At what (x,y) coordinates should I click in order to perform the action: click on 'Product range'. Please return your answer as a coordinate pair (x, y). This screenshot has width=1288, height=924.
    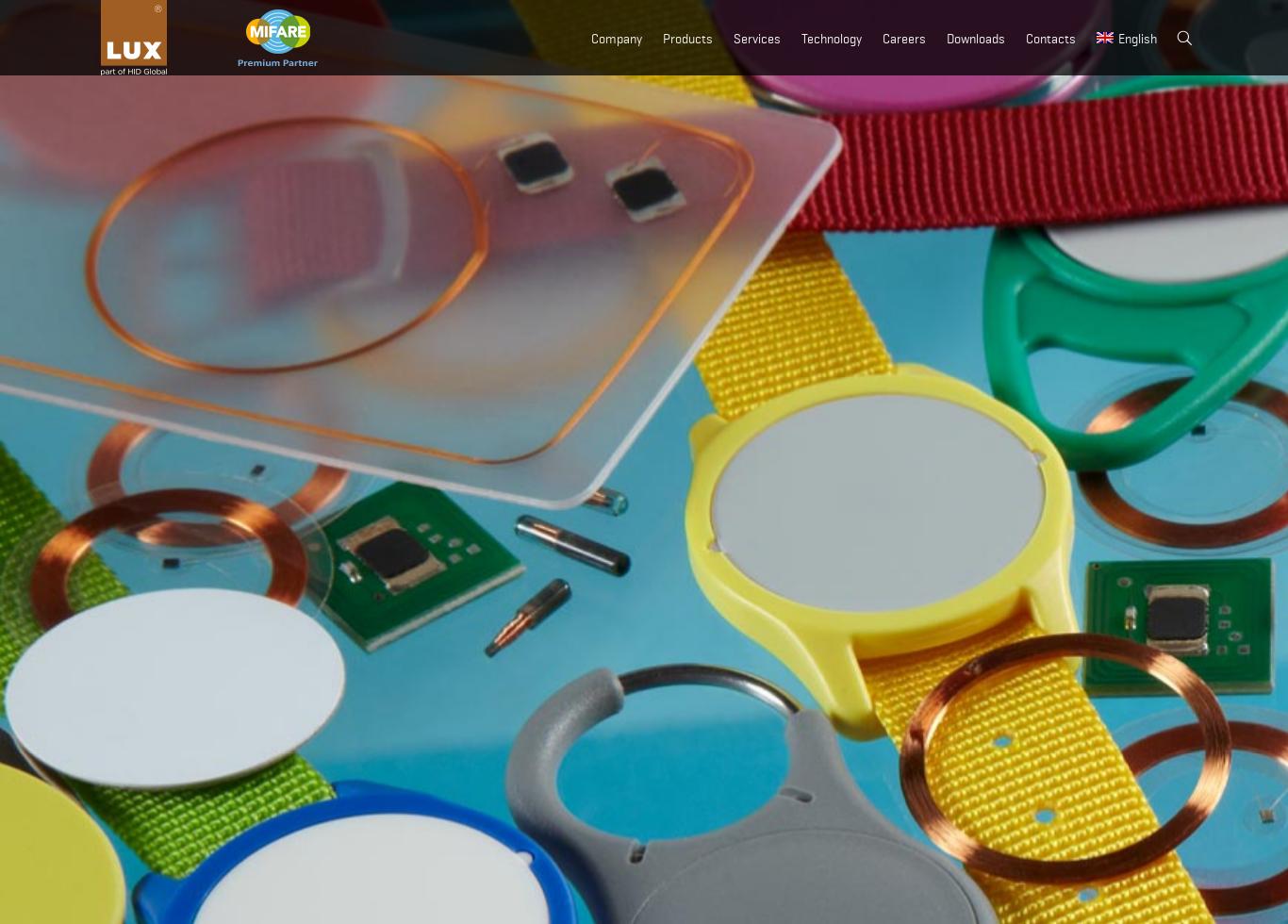
    Looking at the image, I should click on (897, 132).